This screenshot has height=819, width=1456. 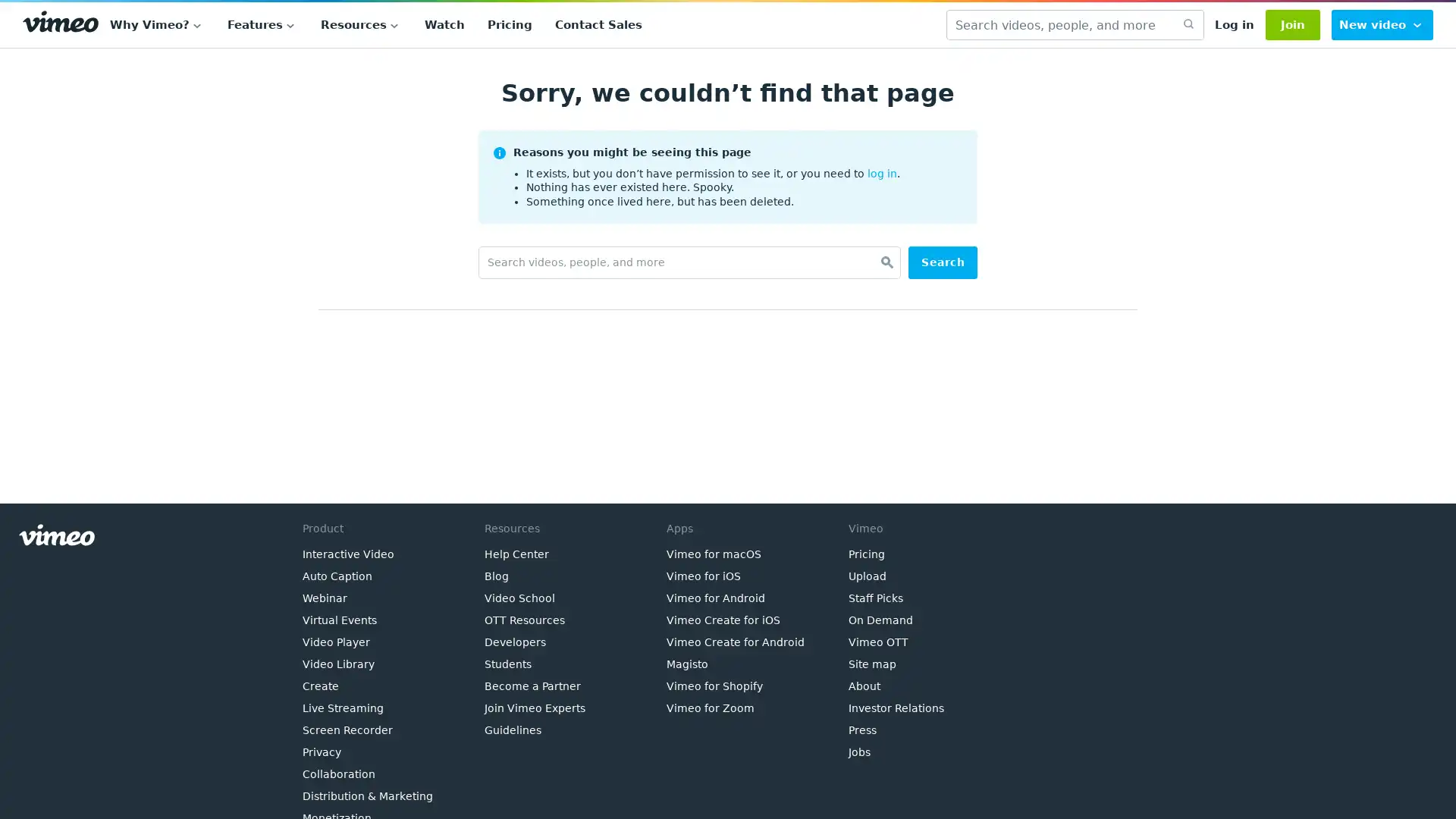 What do you see at coordinates (262, 25) in the screenshot?
I see `Features` at bounding box center [262, 25].